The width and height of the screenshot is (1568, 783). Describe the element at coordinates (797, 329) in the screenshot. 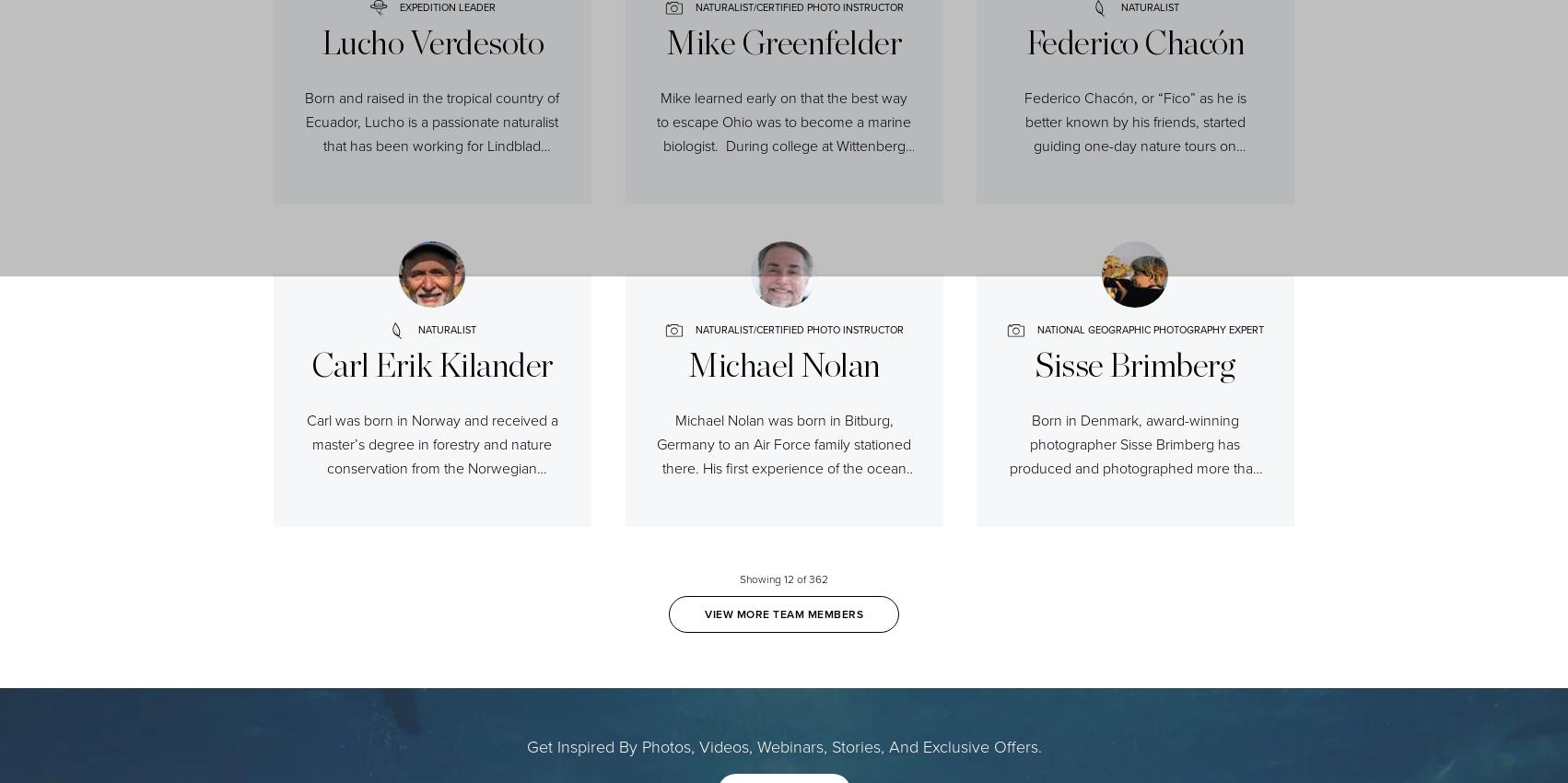

I see `'Naturalist/Certified Photo Instructor'` at that location.